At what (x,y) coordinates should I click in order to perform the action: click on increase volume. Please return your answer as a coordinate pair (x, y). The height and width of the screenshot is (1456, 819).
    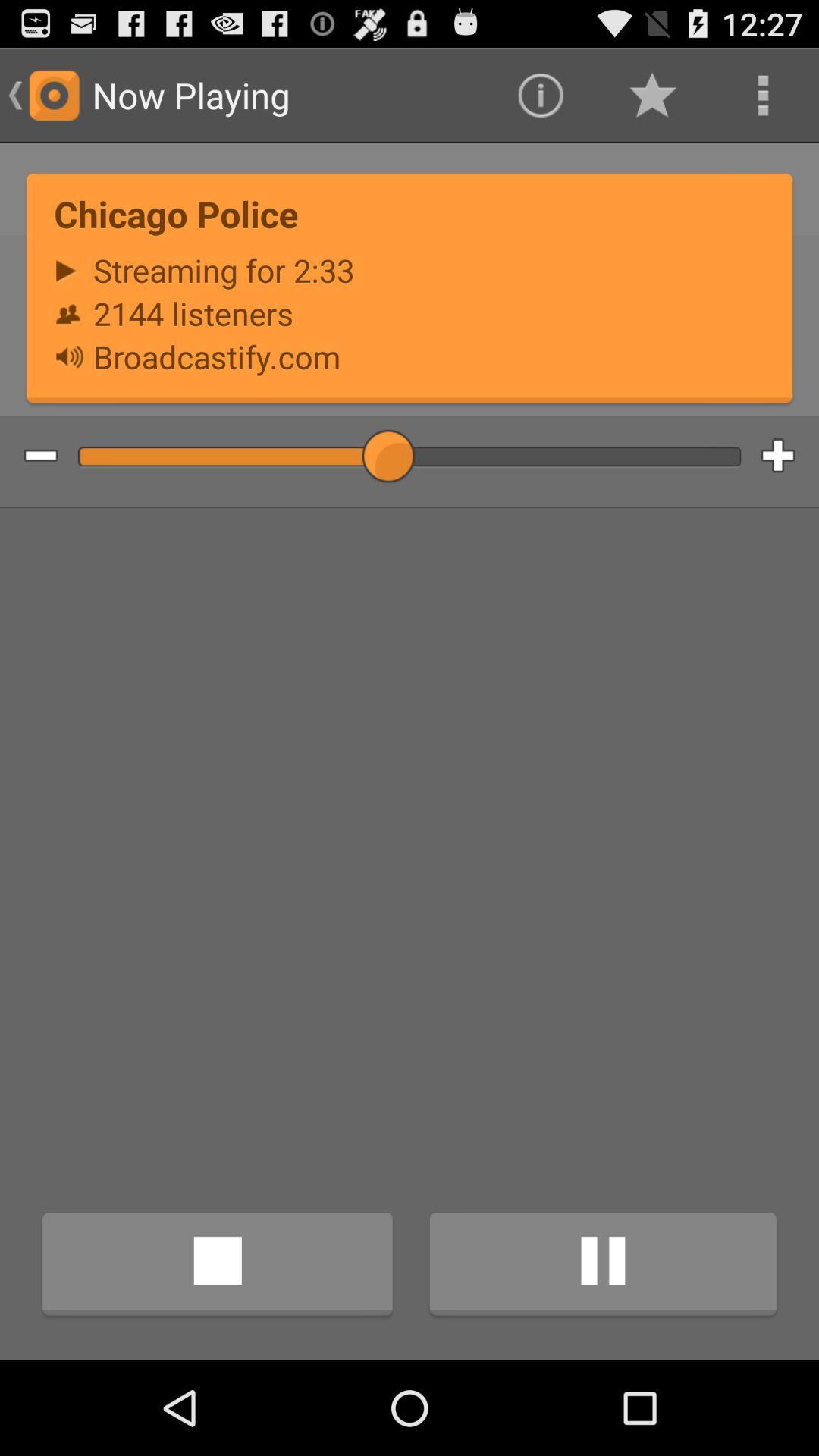
    Looking at the image, I should click on (789, 456).